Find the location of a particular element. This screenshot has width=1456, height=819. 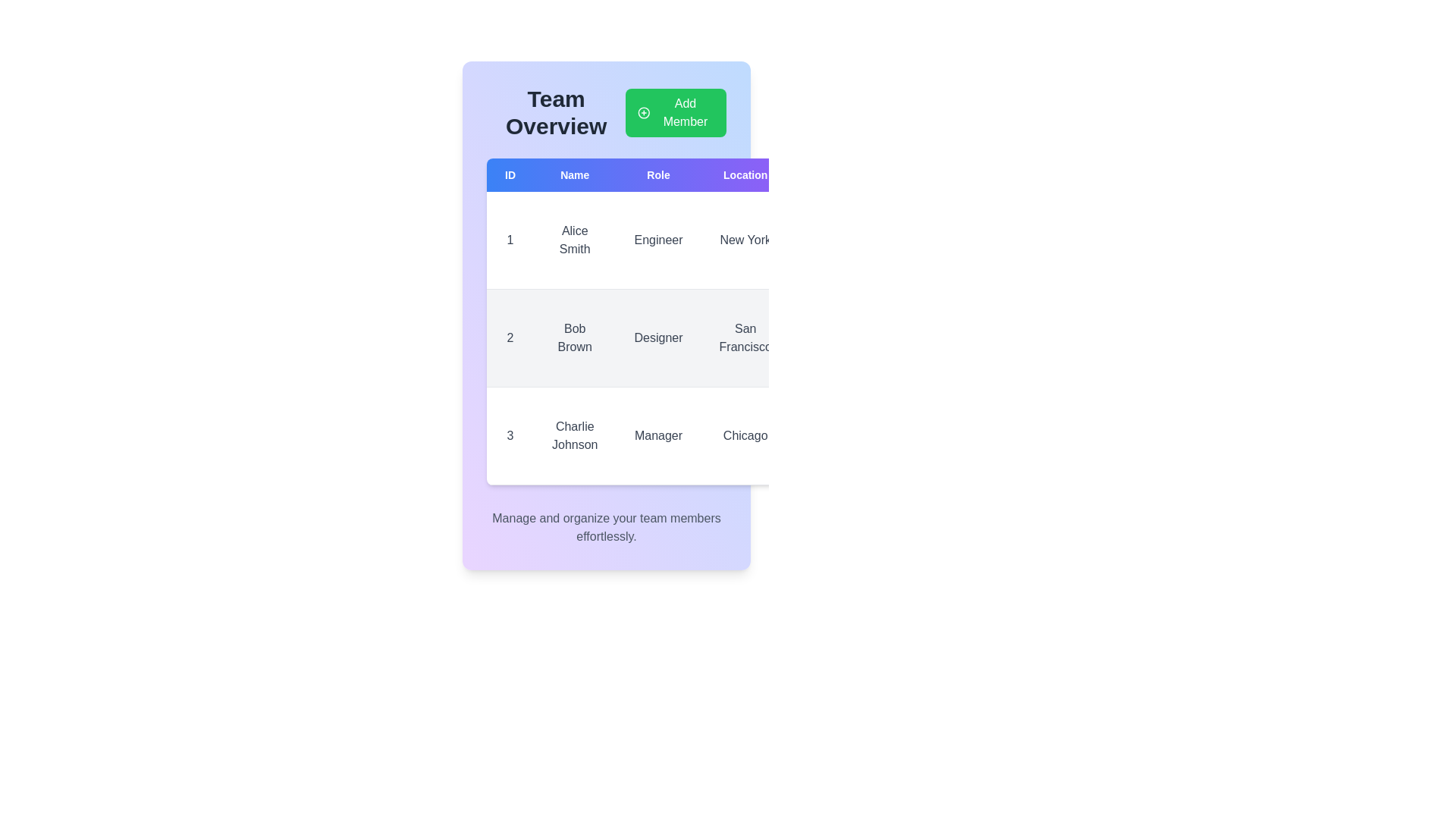

the text label displaying 'Bob Brown' in the second cell of the second row under the 'Name' column in a table layout is located at coordinates (574, 337).